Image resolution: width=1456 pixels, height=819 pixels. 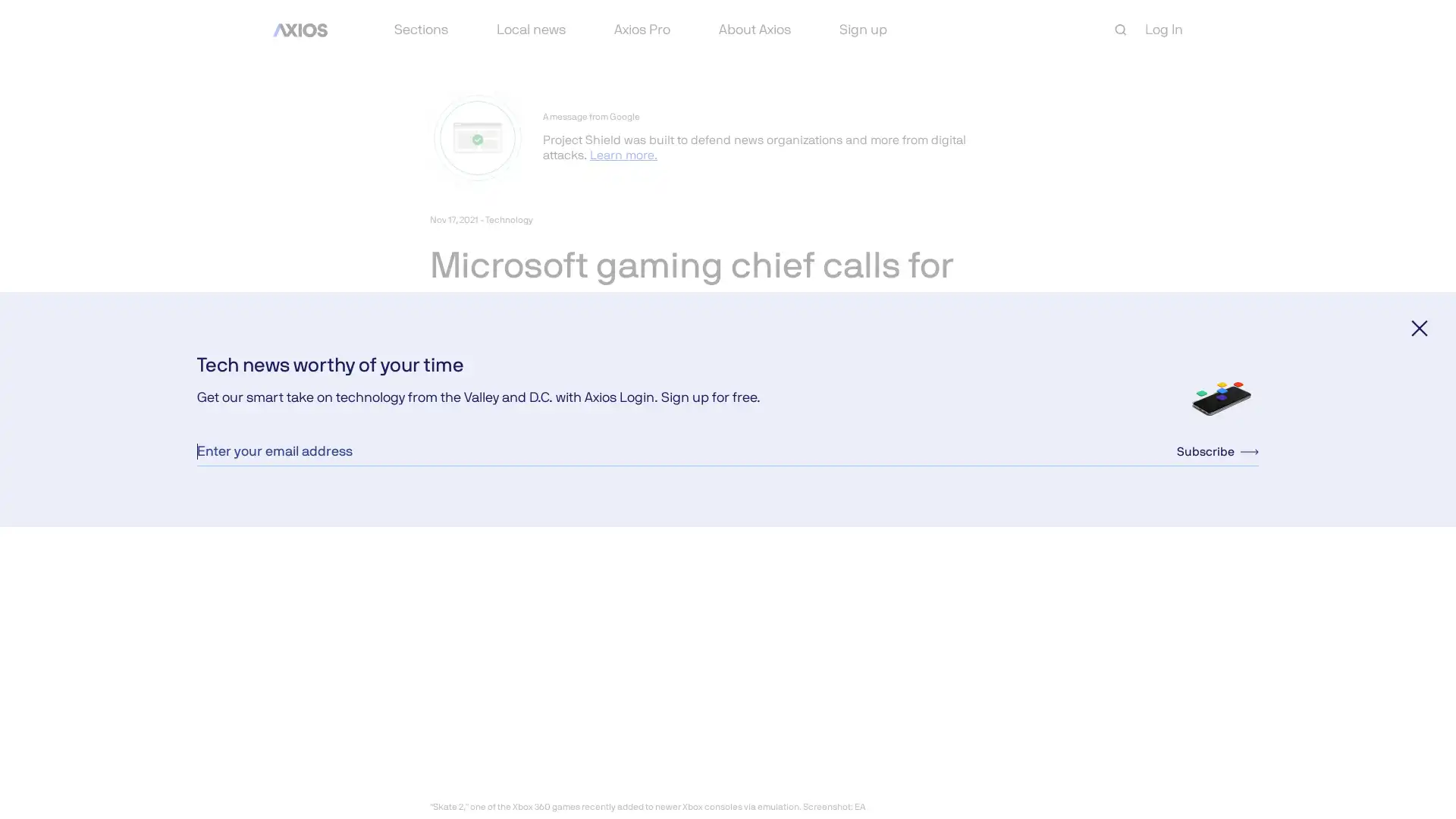 What do you see at coordinates (513, 412) in the screenshot?
I see `linkedin` at bounding box center [513, 412].